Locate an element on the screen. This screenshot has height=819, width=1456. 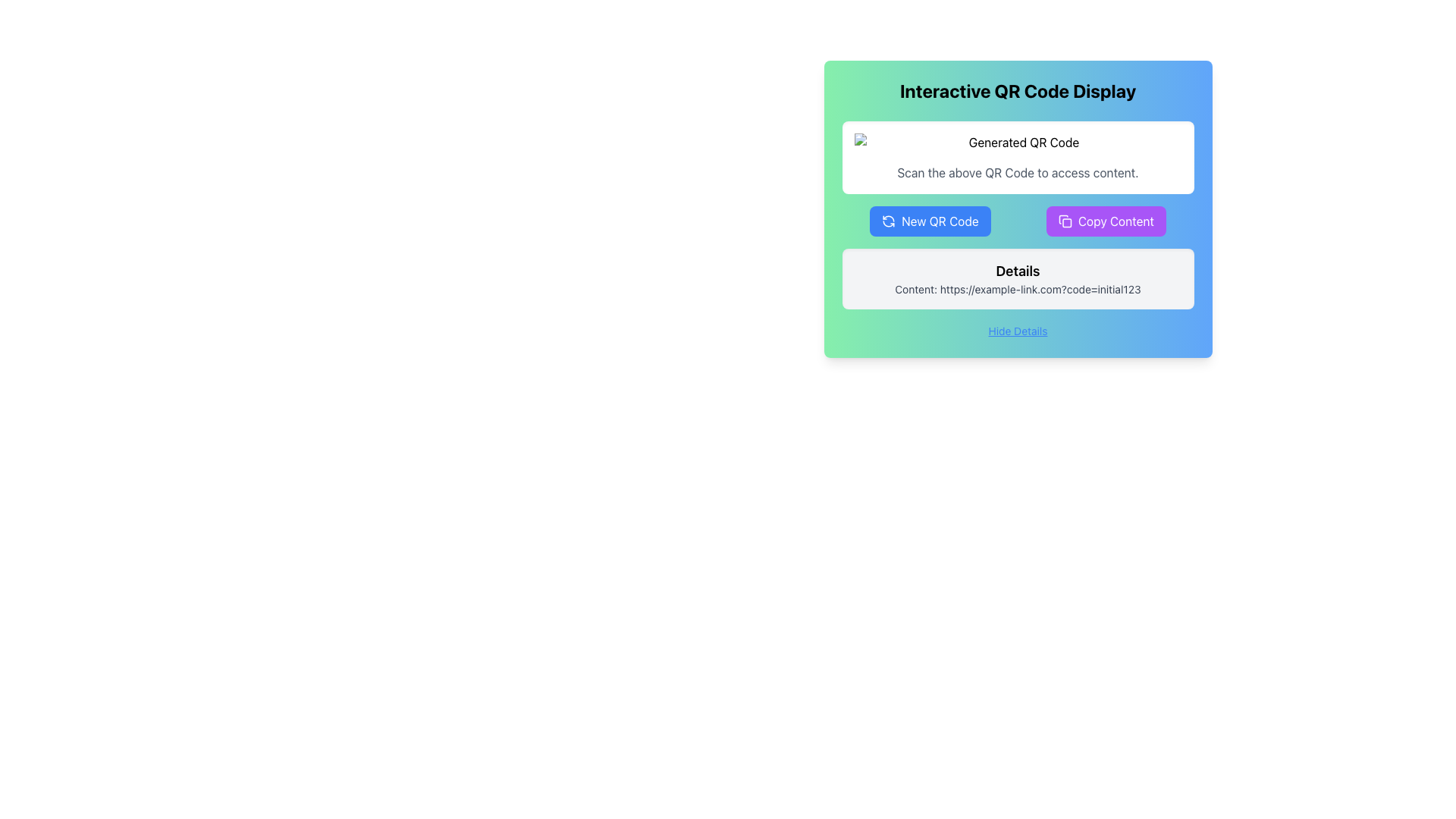
the 'New QR Code' button is located at coordinates (939, 221).